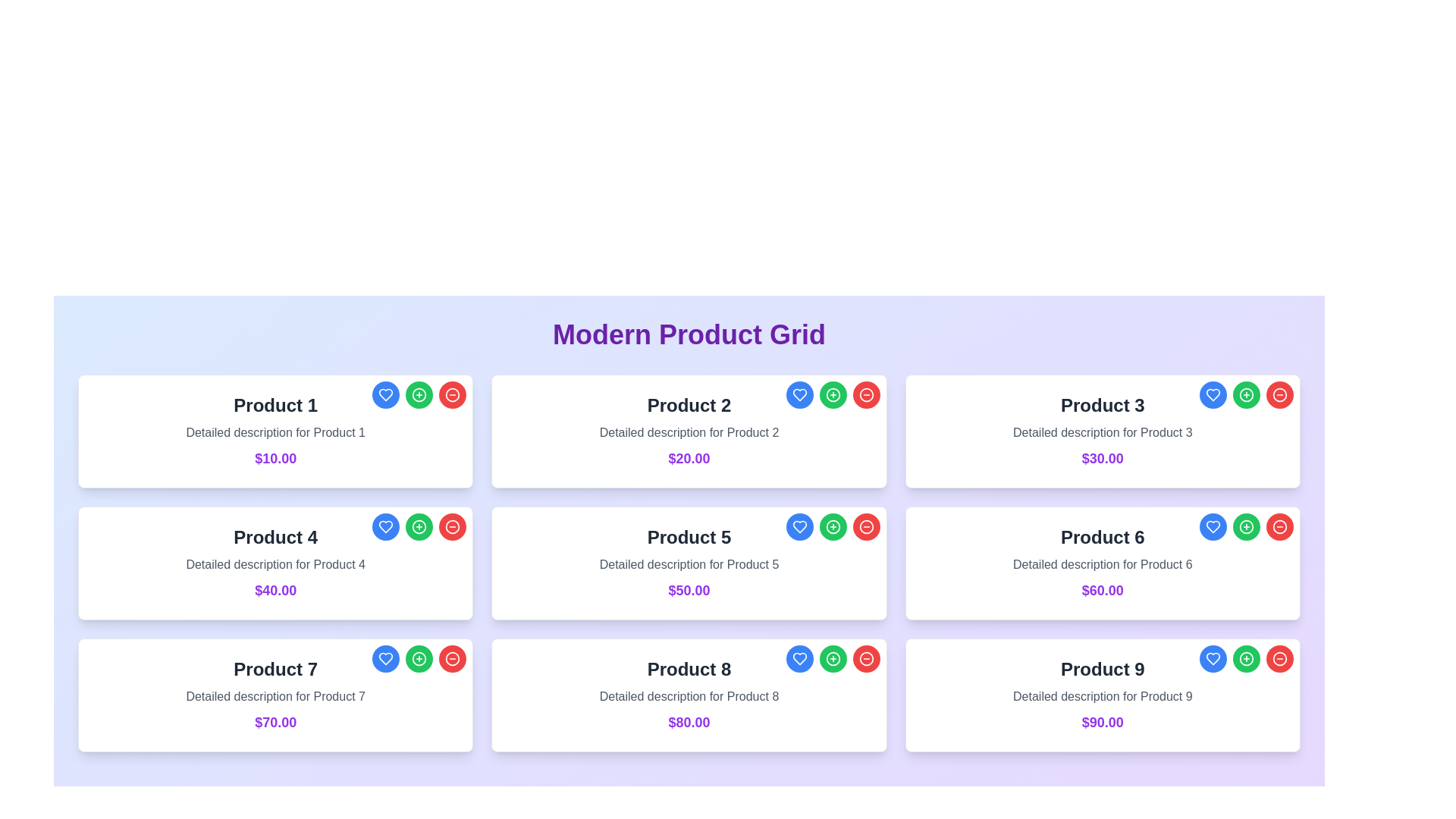  Describe the element at coordinates (275, 432) in the screenshot. I see `text content of the second text element within the first product card, located between the title 'Product 1' and the price '$10.00'` at that location.